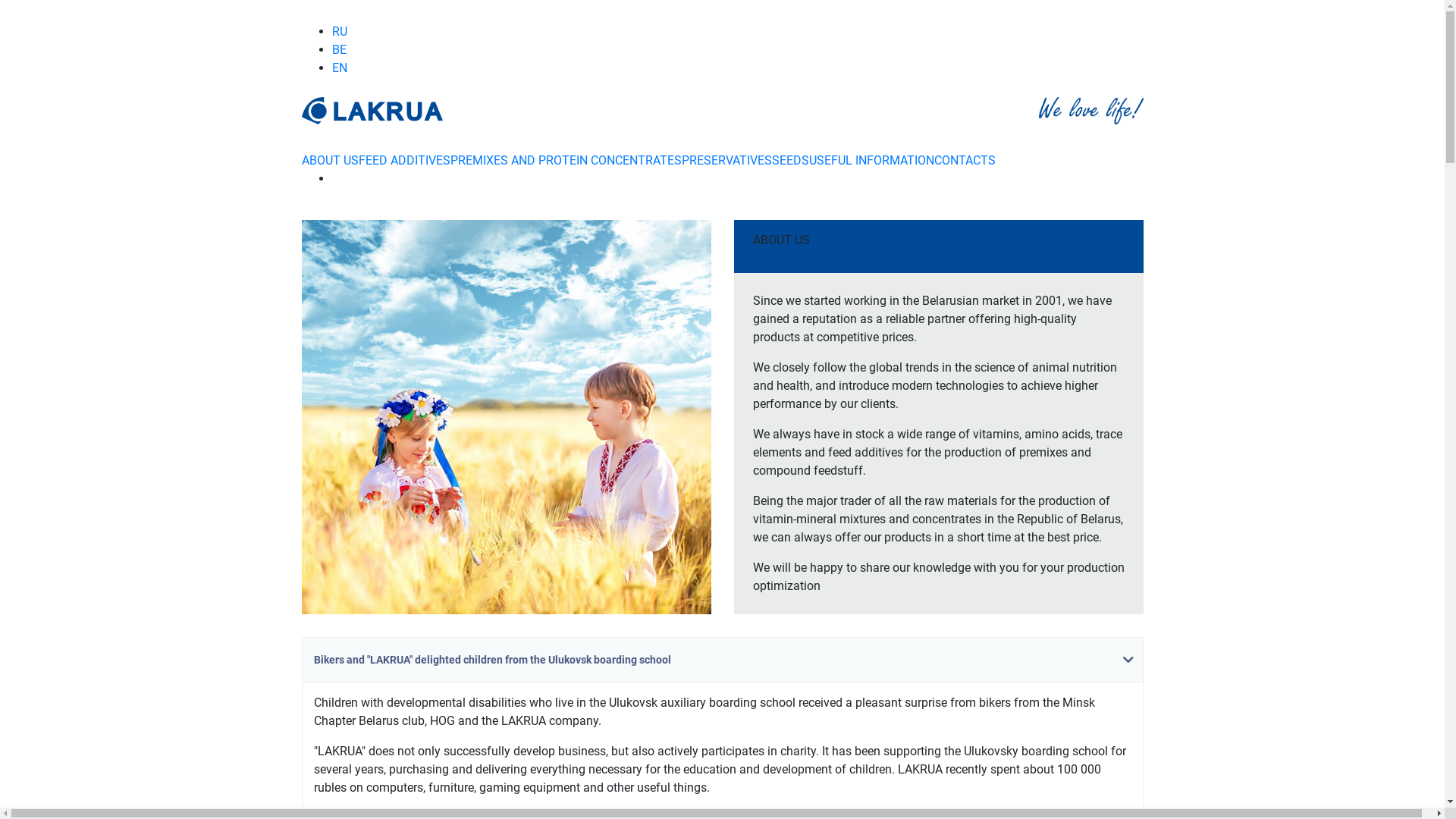 The width and height of the screenshot is (1456, 819). What do you see at coordinates (338, 49) in the screenshot?
I see `'BE'` at bounding box center [338, 49].